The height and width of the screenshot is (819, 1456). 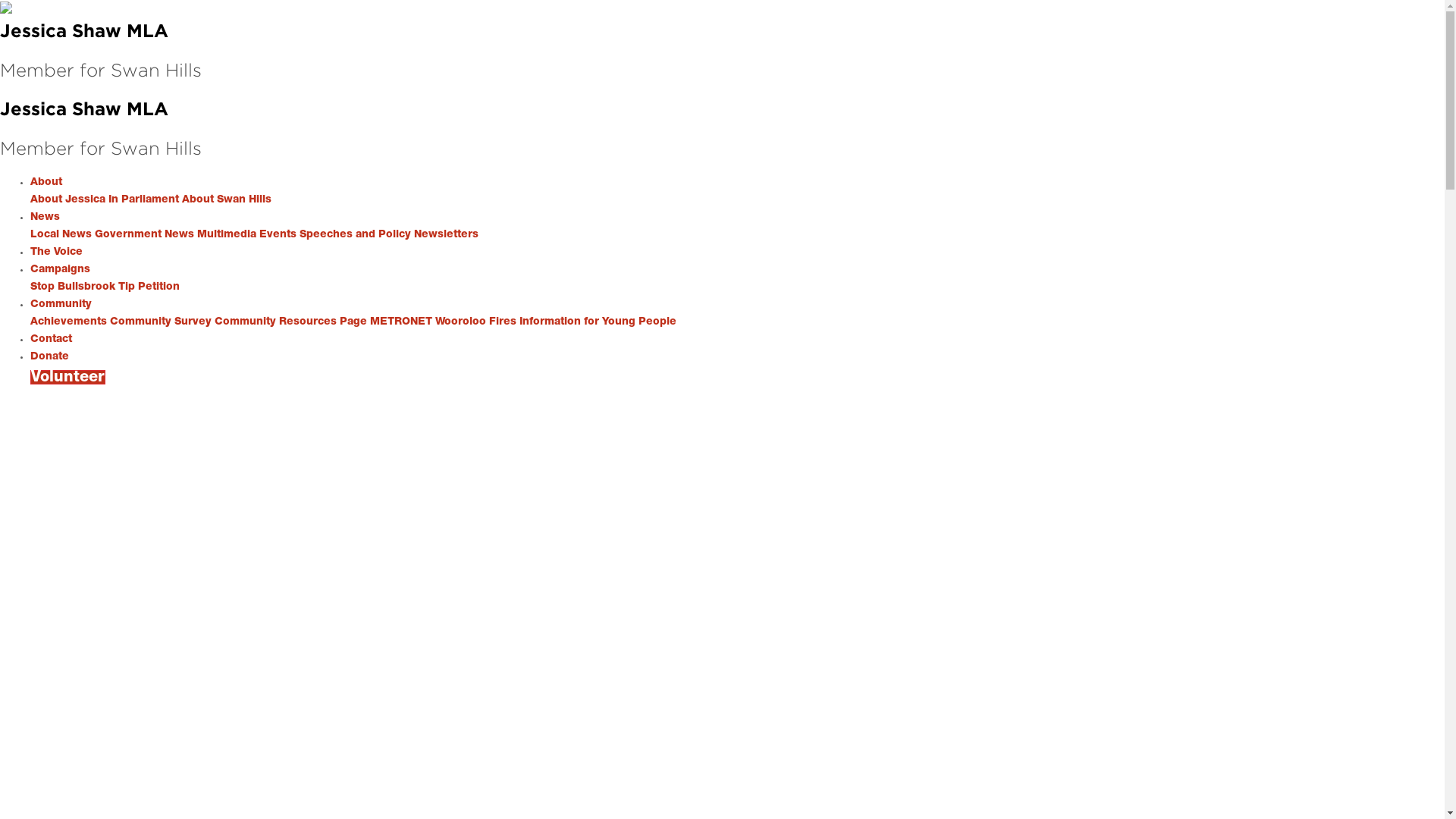 What do you see at coordinates (30, 234) in the screenshot?
I see `'Local News'` at bounding box center [30, 234].